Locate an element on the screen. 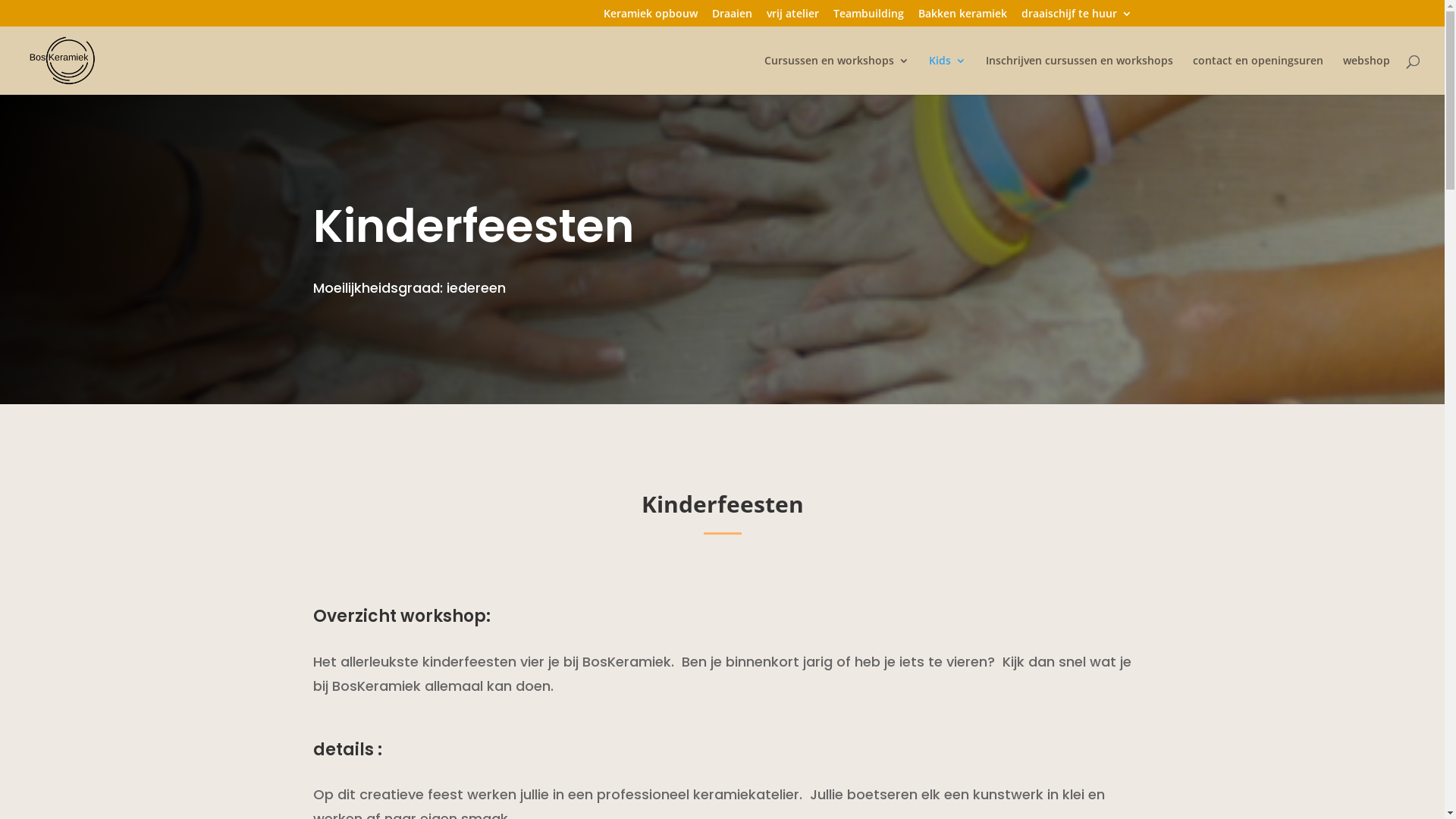  'vrij atelier' is located at coordinates (791, 17).